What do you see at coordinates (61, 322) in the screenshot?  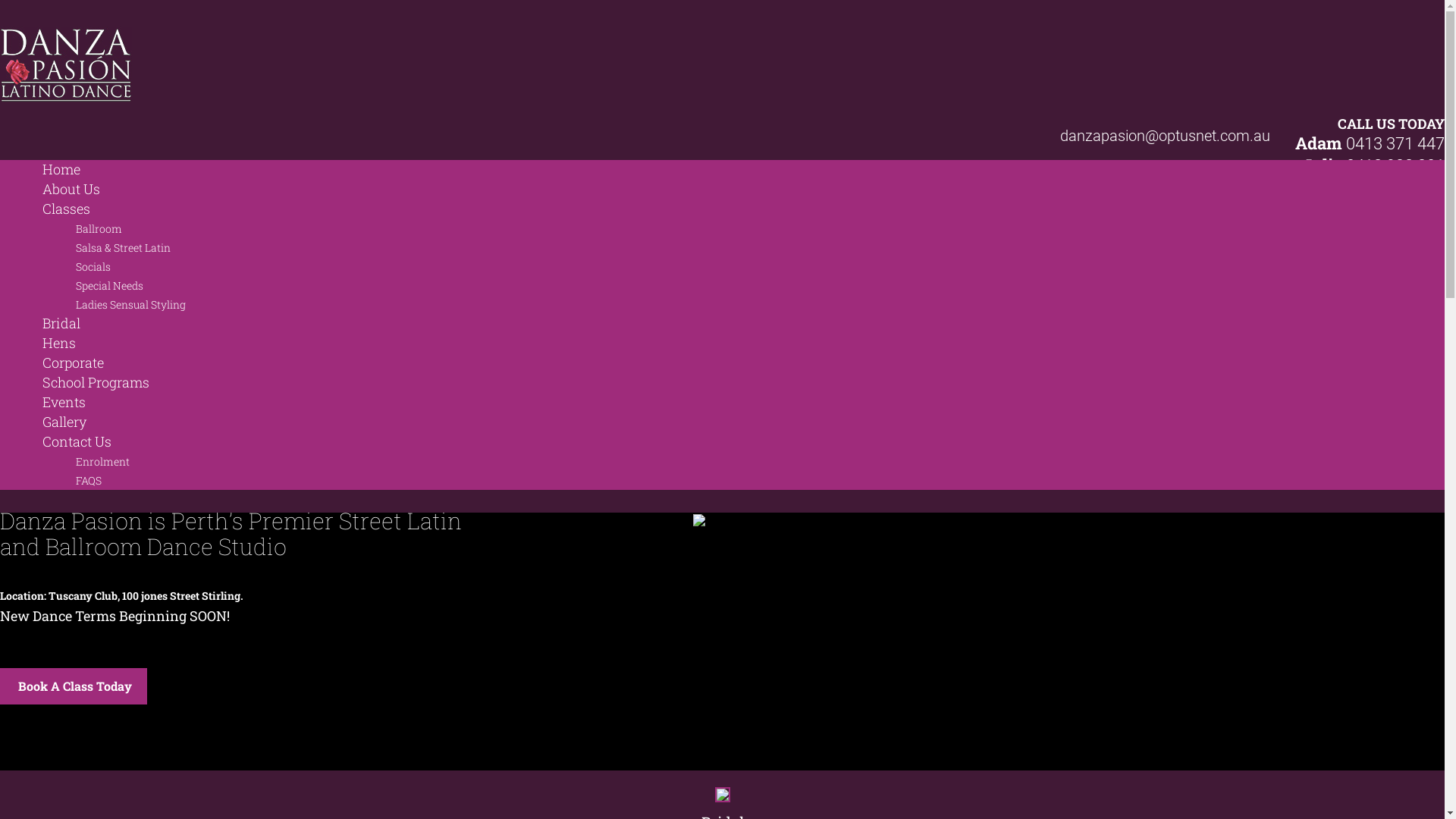 I see `'Bridal'` at bounding box center [61, 322].